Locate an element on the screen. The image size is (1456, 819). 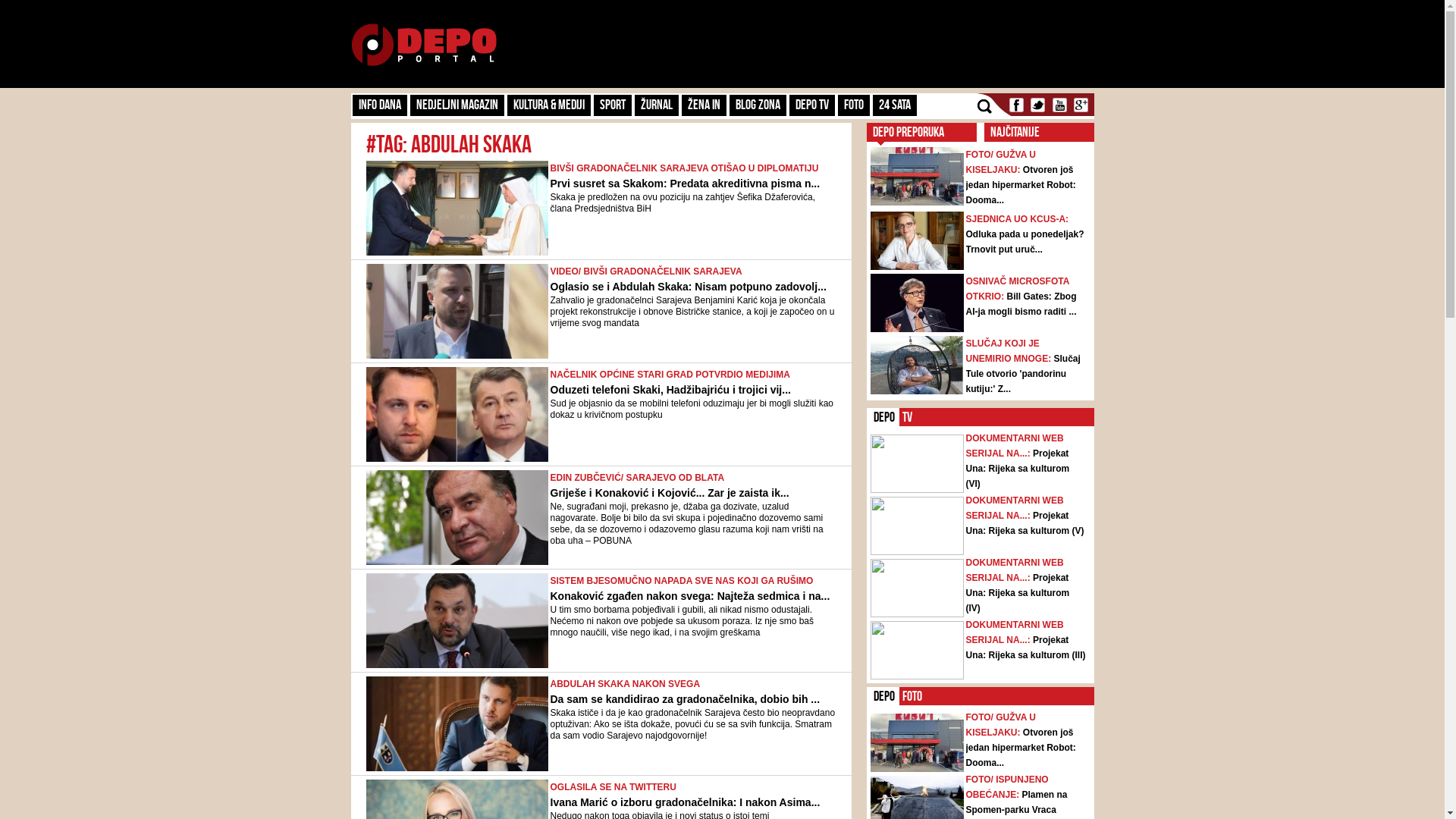
'Prvi susret sa Skakom: Predata akreditivna pisma n...' is located at coordinates (684, 183).